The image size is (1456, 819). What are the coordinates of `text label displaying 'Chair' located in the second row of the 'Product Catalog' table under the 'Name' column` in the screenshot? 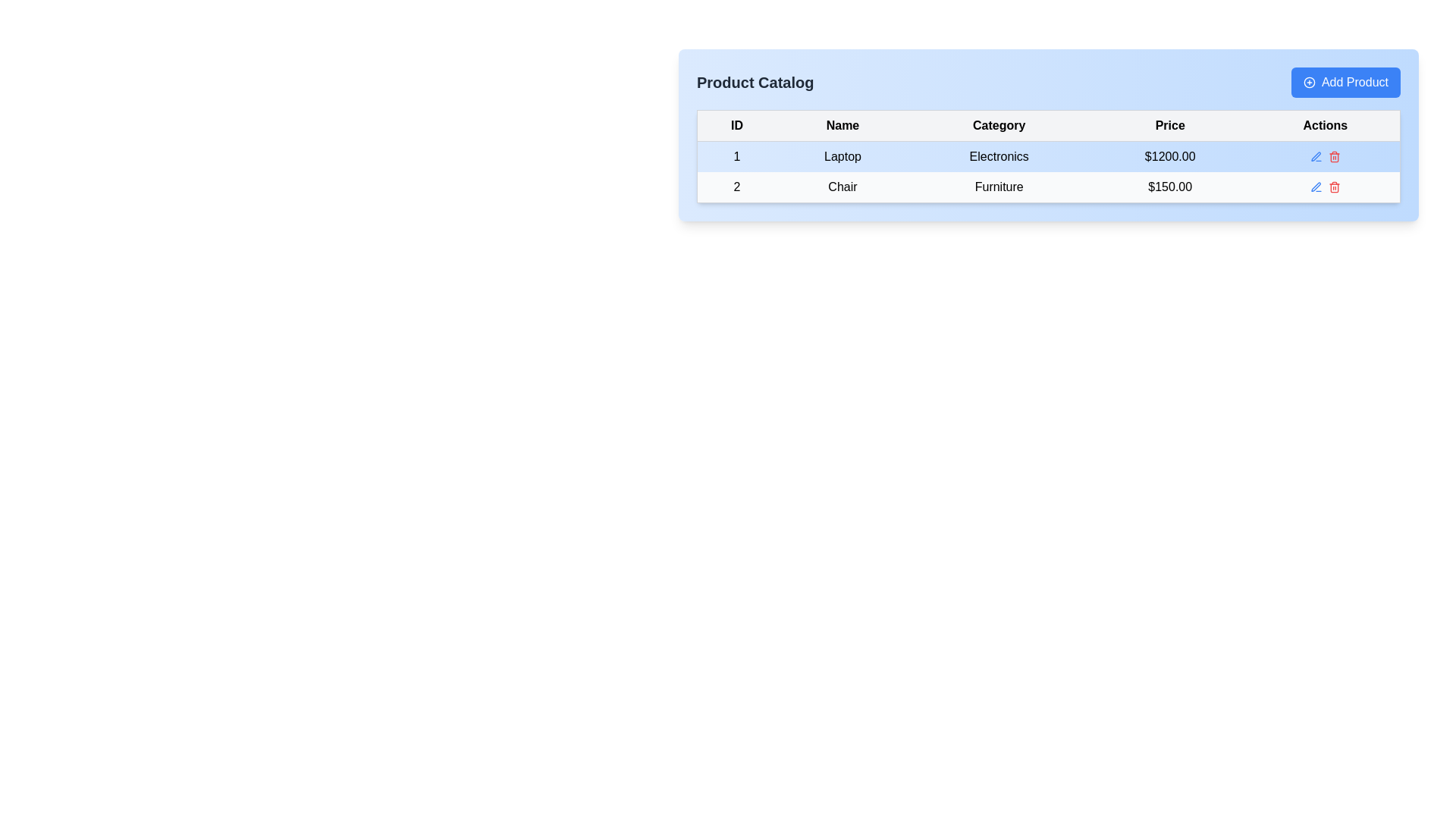 It's located at (842, 187).